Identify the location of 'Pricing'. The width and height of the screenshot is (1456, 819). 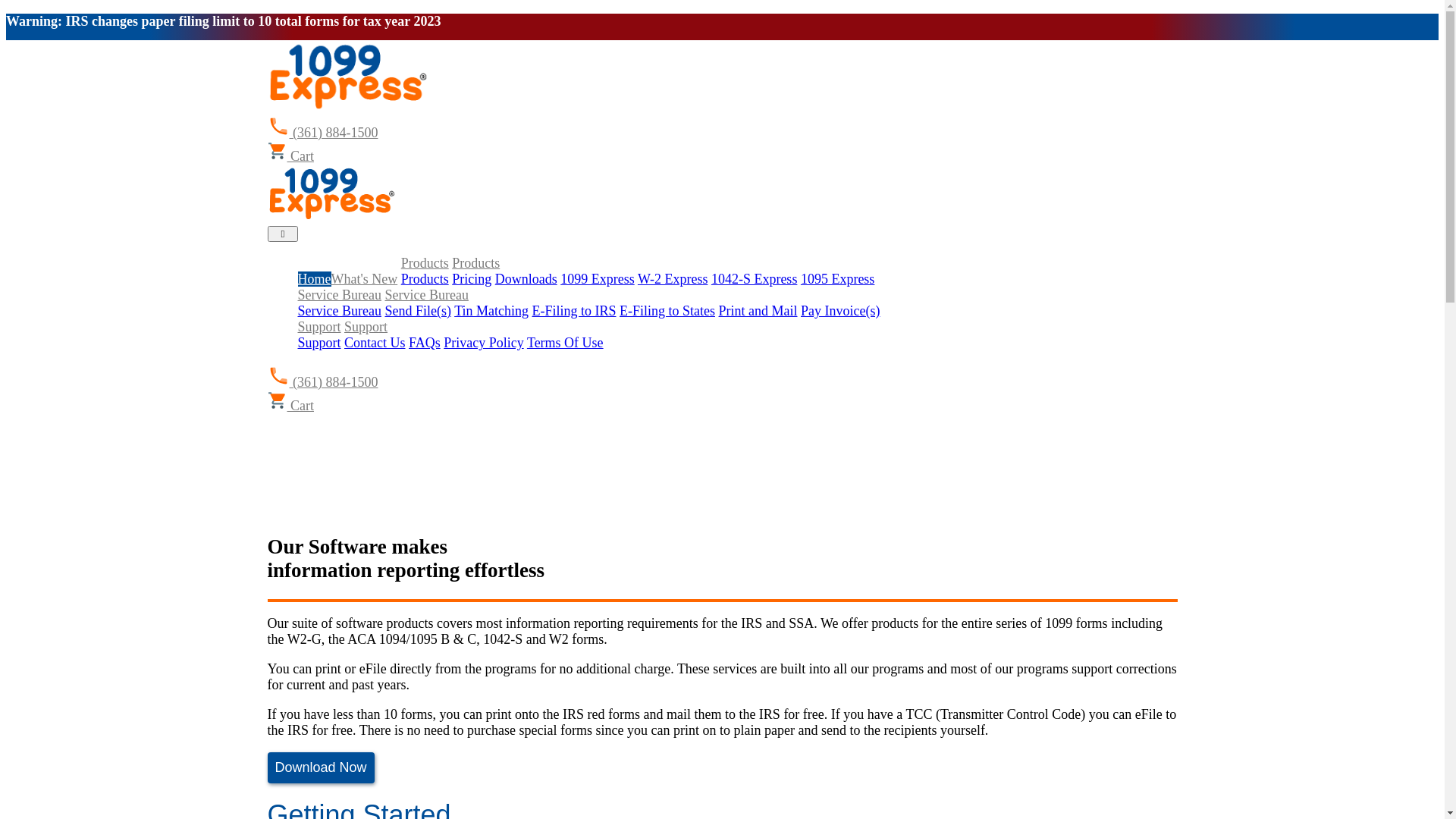
(450, 278).